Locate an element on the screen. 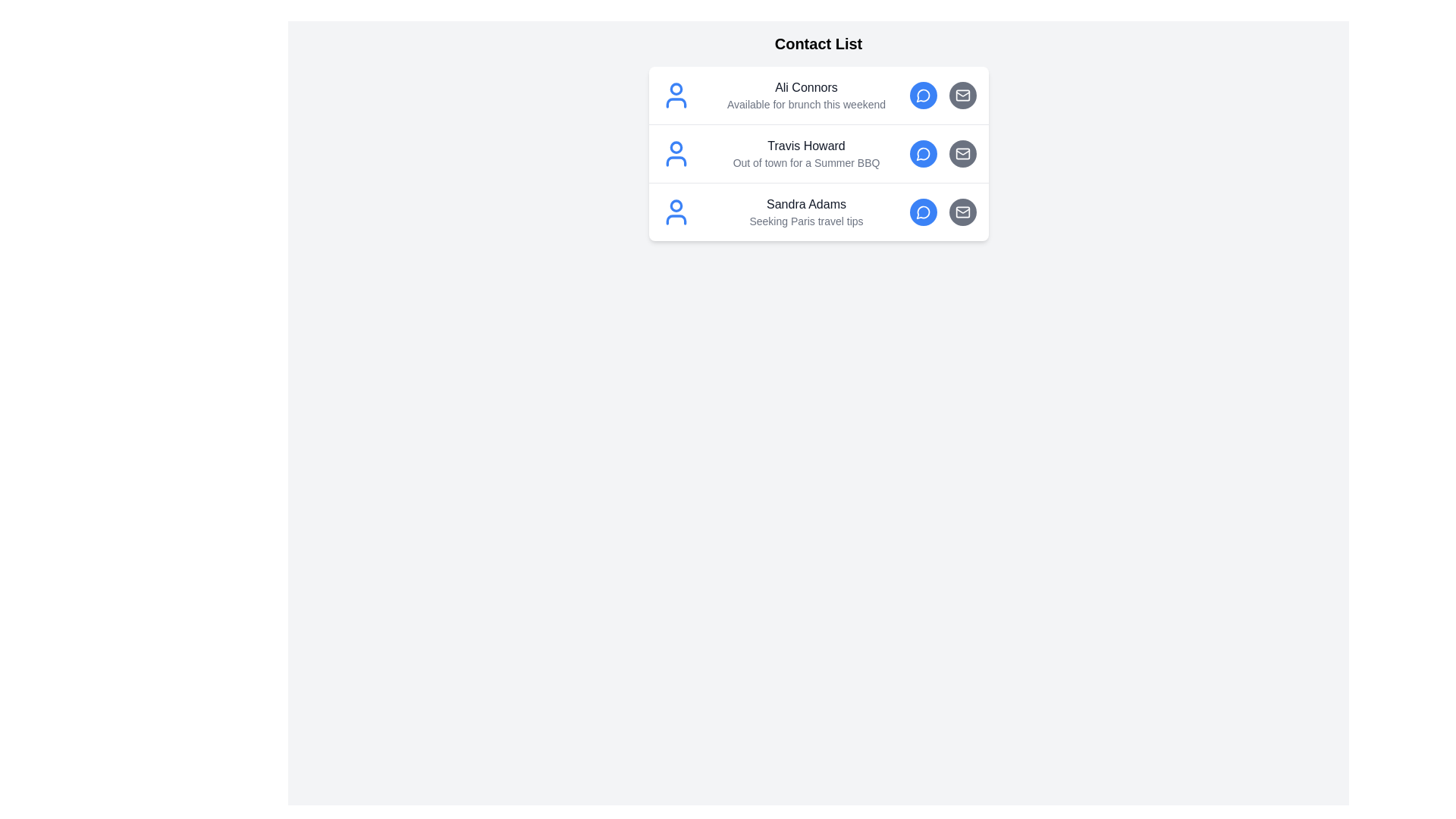 The image size is (1456, 819). the contact icon for 'Sandra Adams', which is located on the leftmost section of the contact entry, just before the text details is located at coordinates (675, 212).